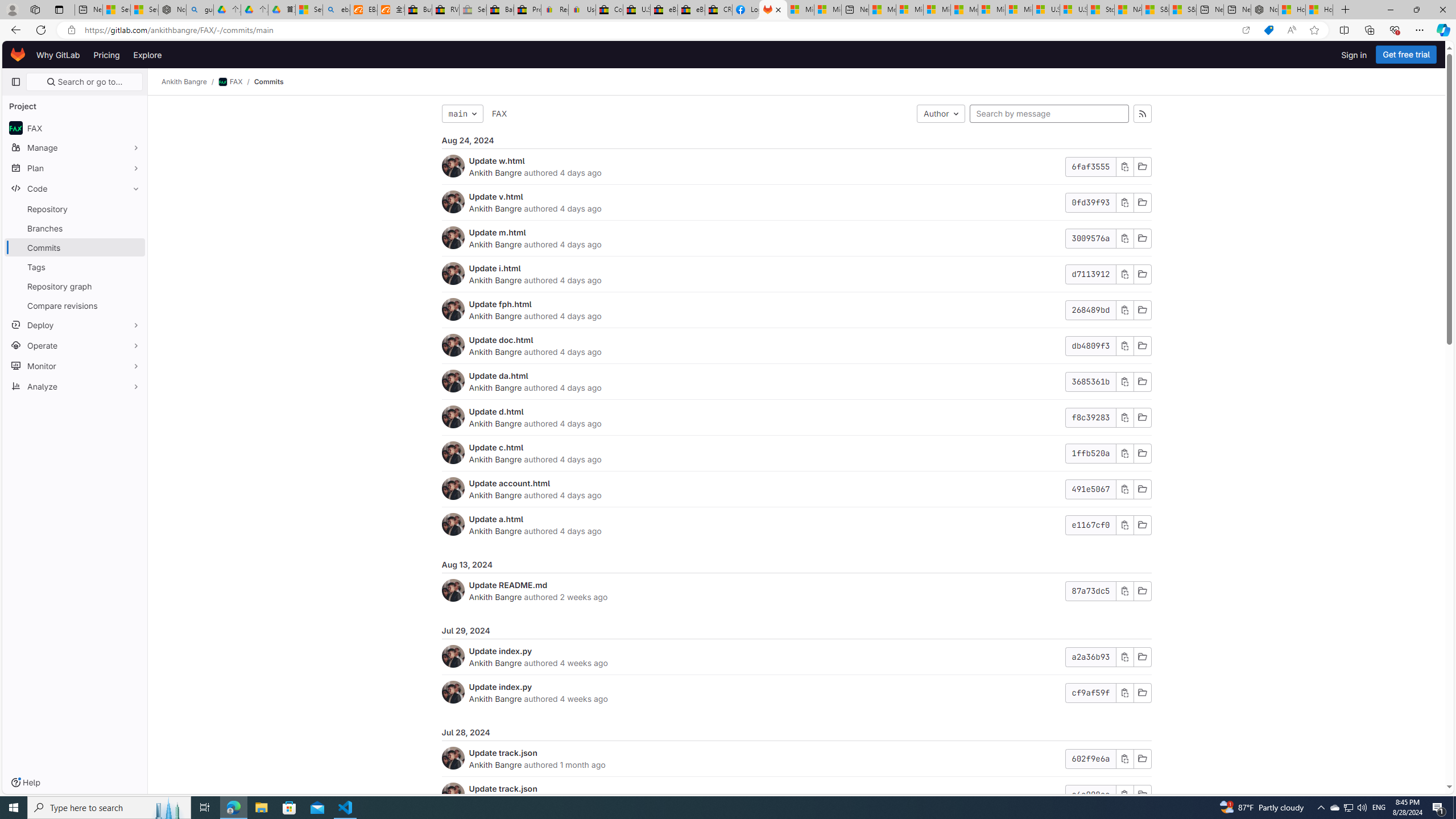 Image resolution: width=1456 pixels, height=819 pixels. I want to click on 'Monitor', so click(74, 365).